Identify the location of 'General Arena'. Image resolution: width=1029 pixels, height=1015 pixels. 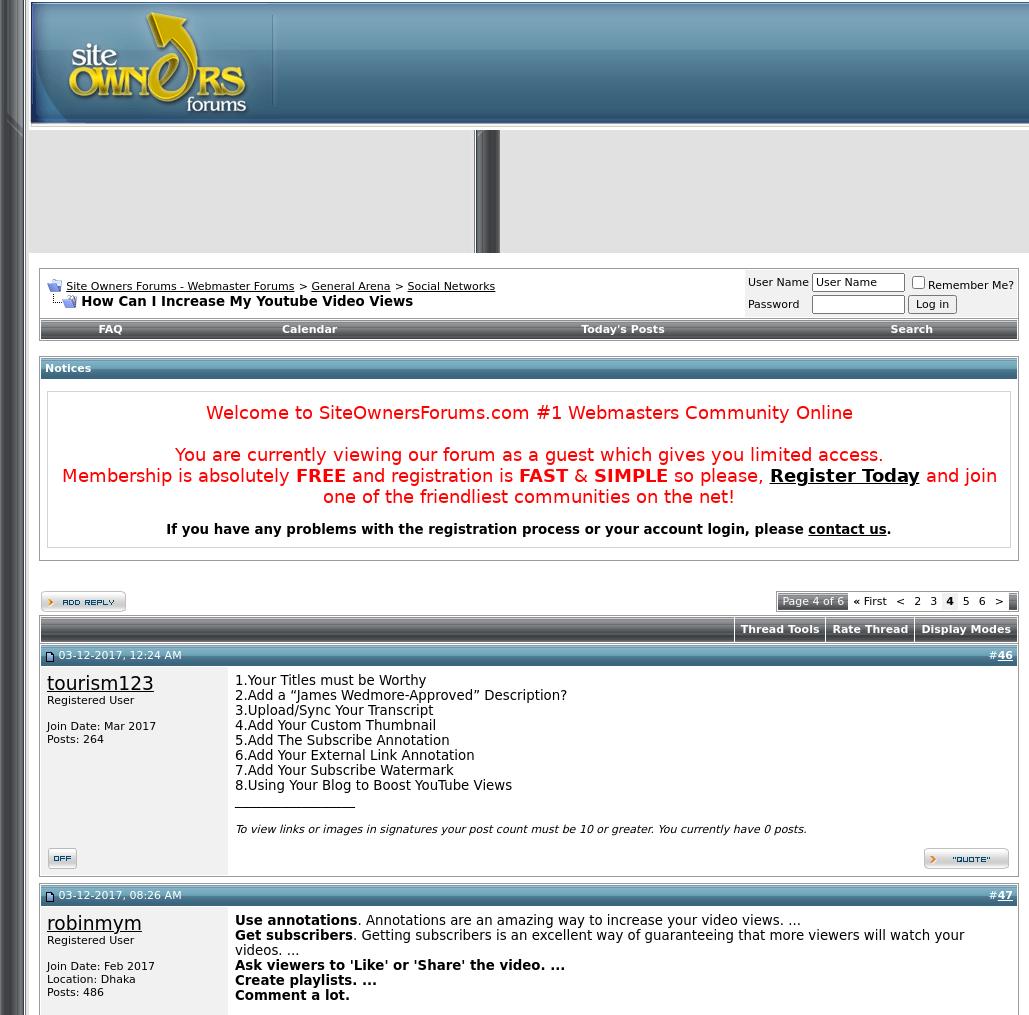
(350, 285).